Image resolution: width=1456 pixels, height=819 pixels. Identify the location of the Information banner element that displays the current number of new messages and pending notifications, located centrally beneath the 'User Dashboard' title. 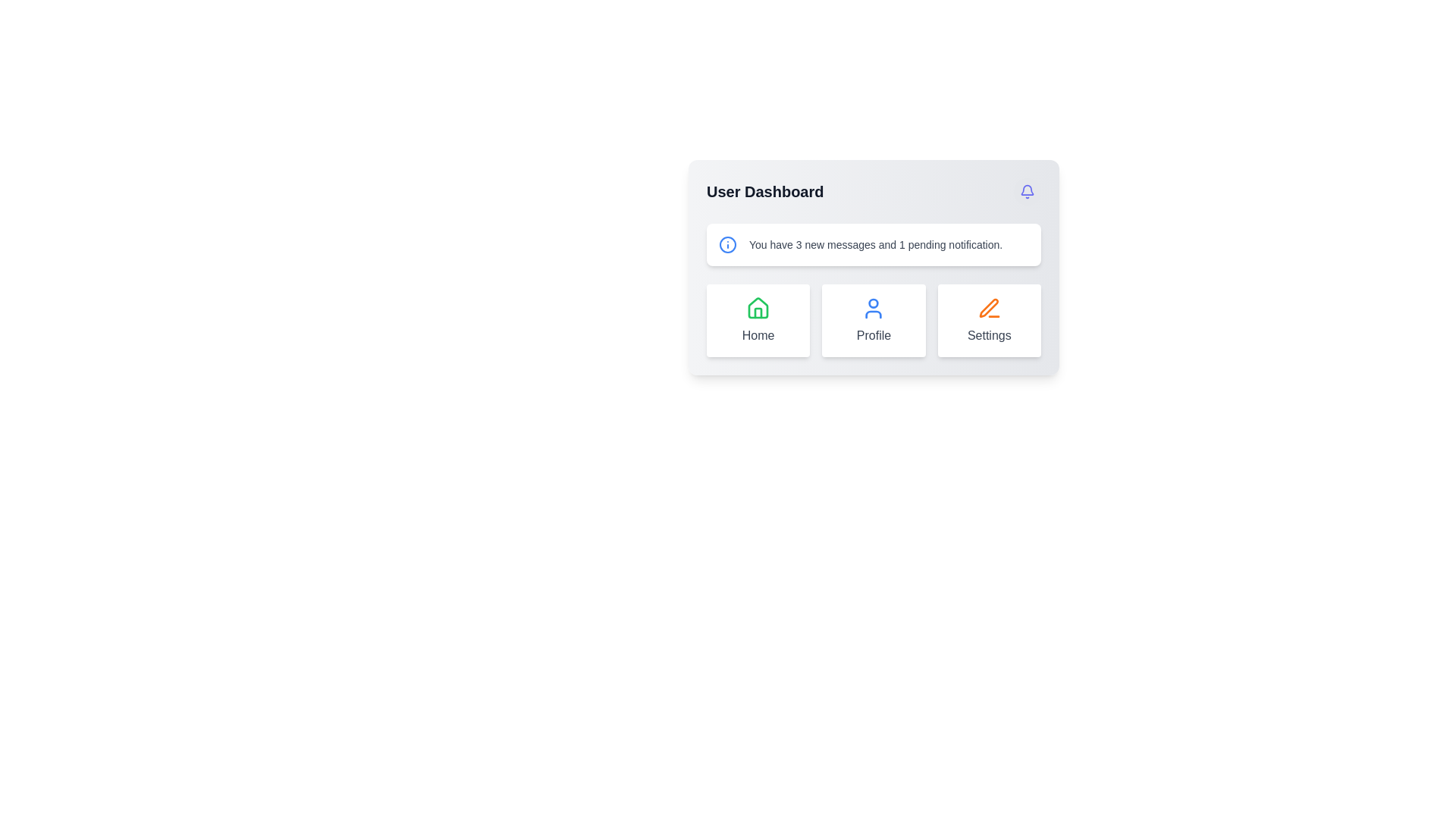
(874, 244).